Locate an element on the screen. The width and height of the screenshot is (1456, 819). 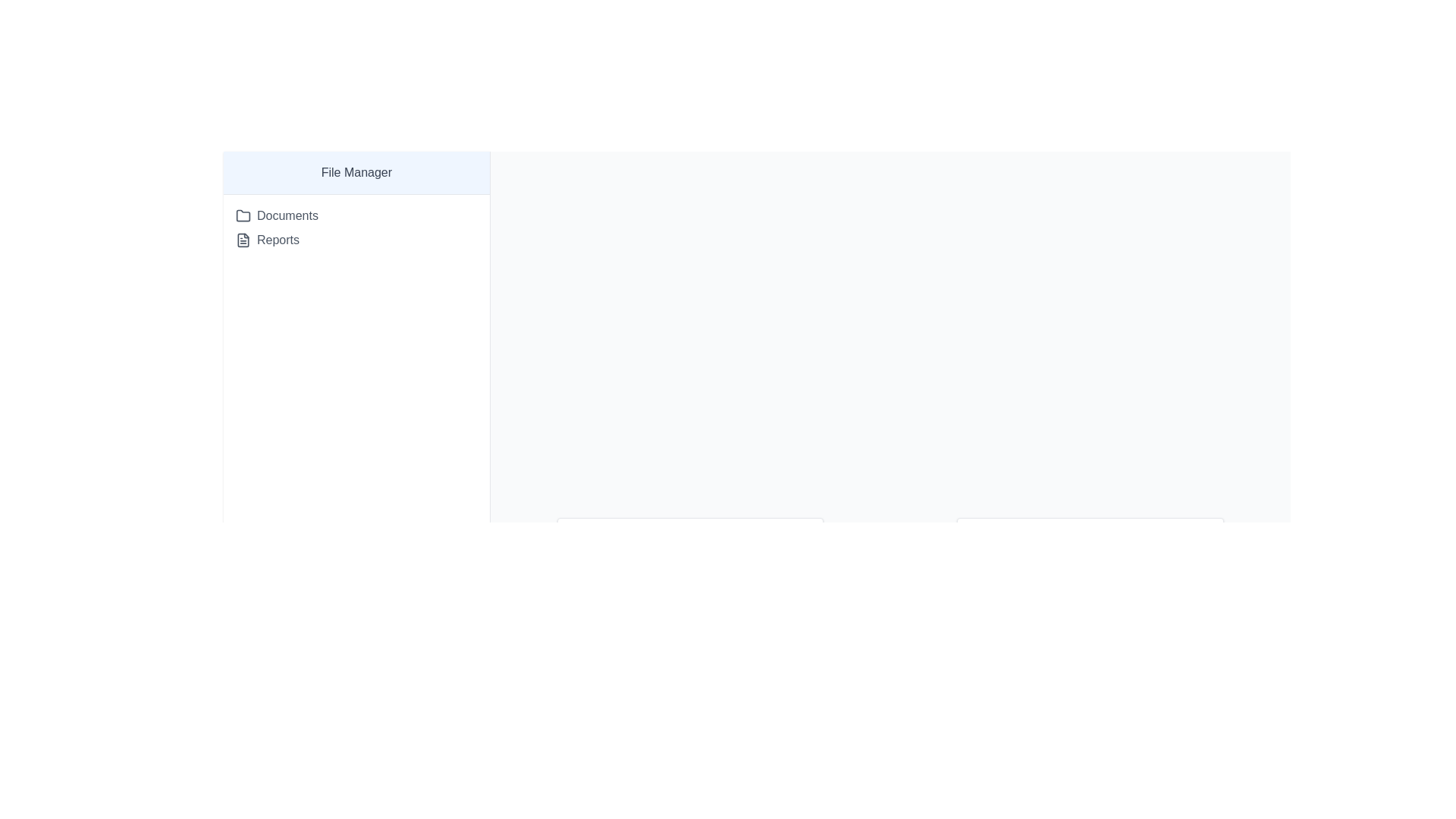
the first item in the left vertical panel below the 'File Manager' label to change its text color is located at coordinates (277, 216).